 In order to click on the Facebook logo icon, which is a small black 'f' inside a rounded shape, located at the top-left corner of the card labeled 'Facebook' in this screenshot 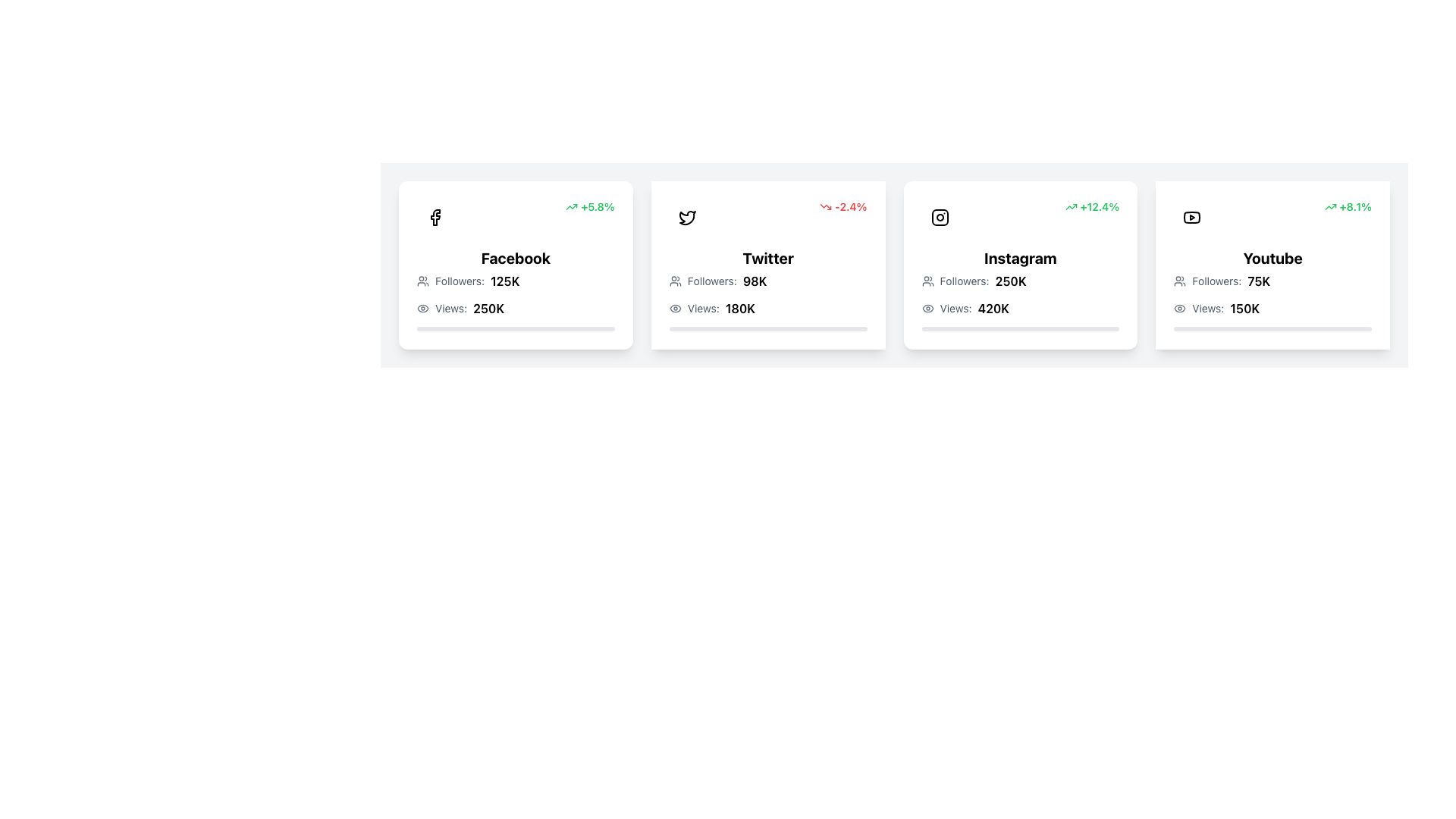, I will do `click(435, 217)`.